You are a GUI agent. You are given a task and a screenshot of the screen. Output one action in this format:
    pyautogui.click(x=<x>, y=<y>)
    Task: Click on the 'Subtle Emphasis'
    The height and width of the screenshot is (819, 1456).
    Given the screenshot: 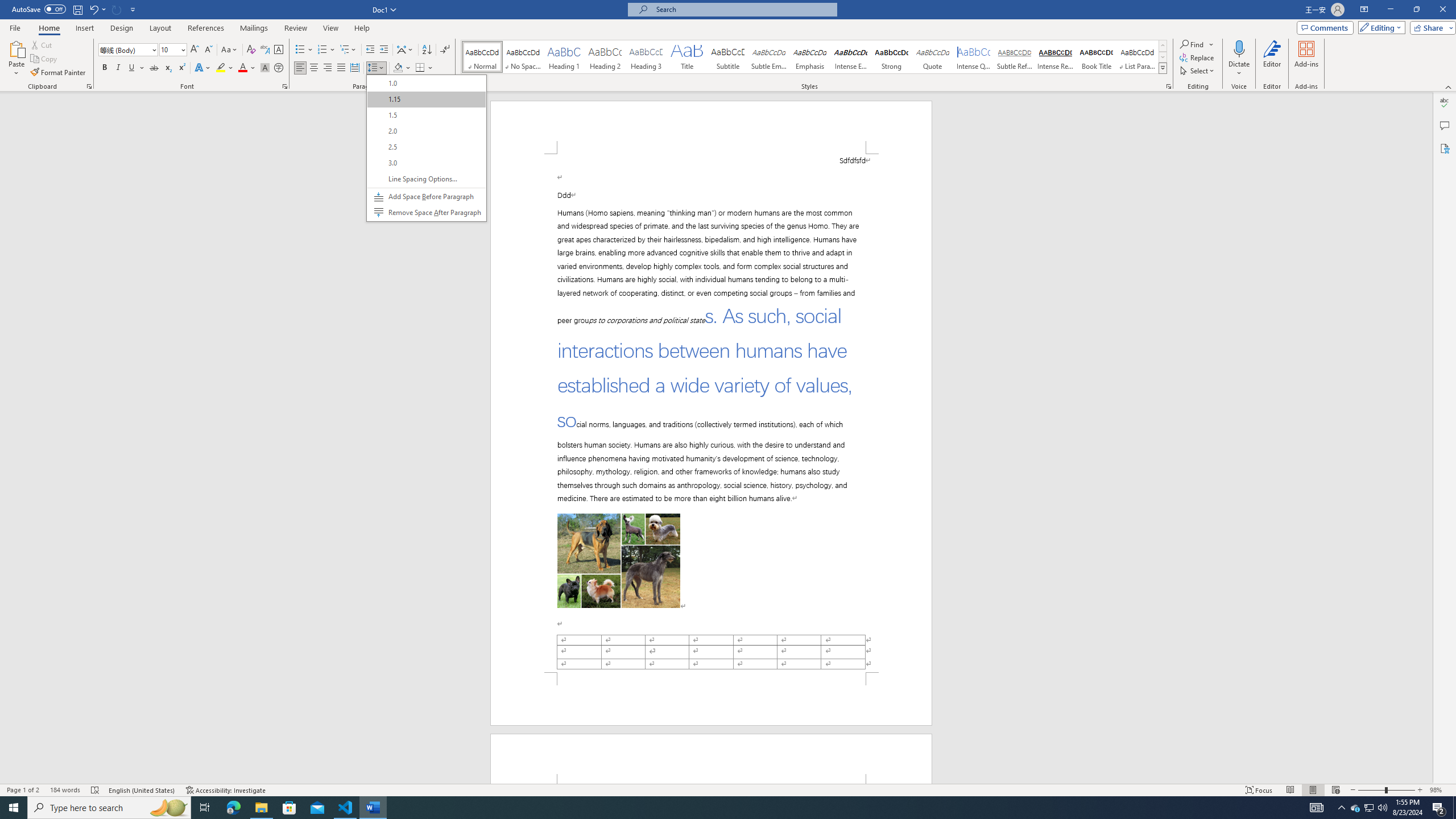 What is the action you would take?
    pyautogui.click(x=768, y=56)
    